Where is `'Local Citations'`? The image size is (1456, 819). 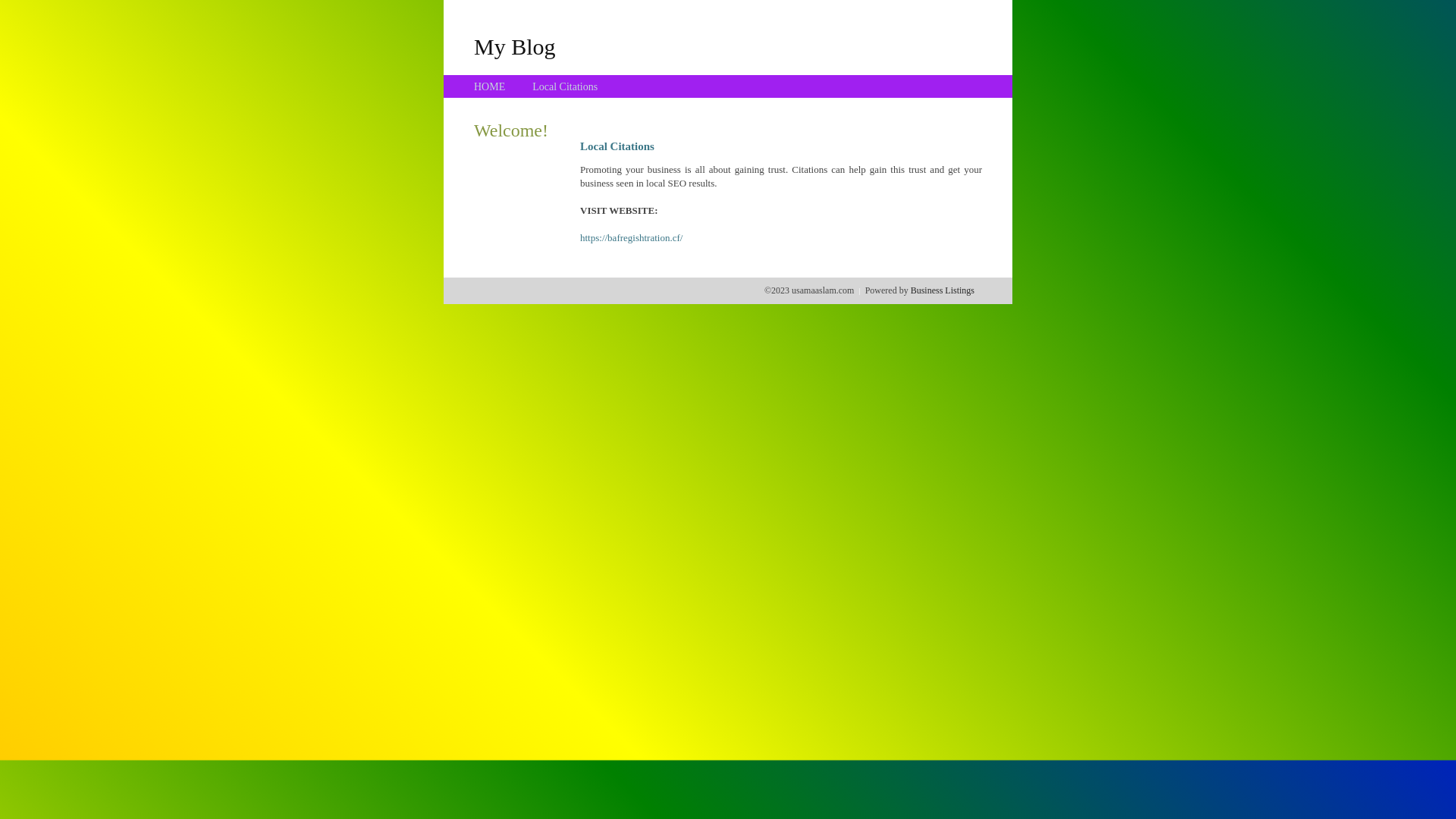
'Local Citations' is located at coordinates (563, 86).